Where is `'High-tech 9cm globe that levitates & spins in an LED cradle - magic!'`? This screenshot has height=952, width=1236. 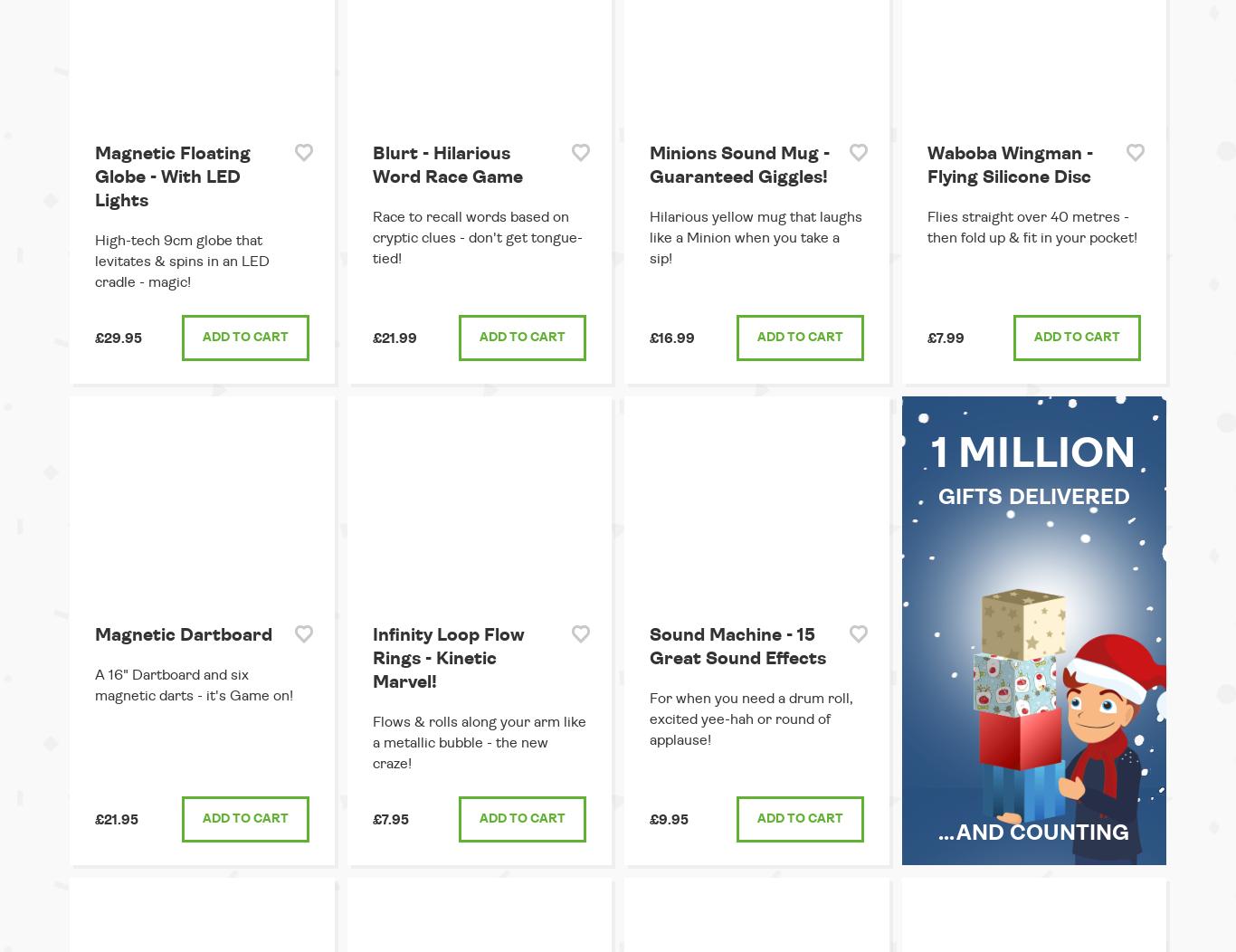
'High-tech 9cm globe that levitates & spins in an LED cradle - magic!' is located at coordinates (181, 261).